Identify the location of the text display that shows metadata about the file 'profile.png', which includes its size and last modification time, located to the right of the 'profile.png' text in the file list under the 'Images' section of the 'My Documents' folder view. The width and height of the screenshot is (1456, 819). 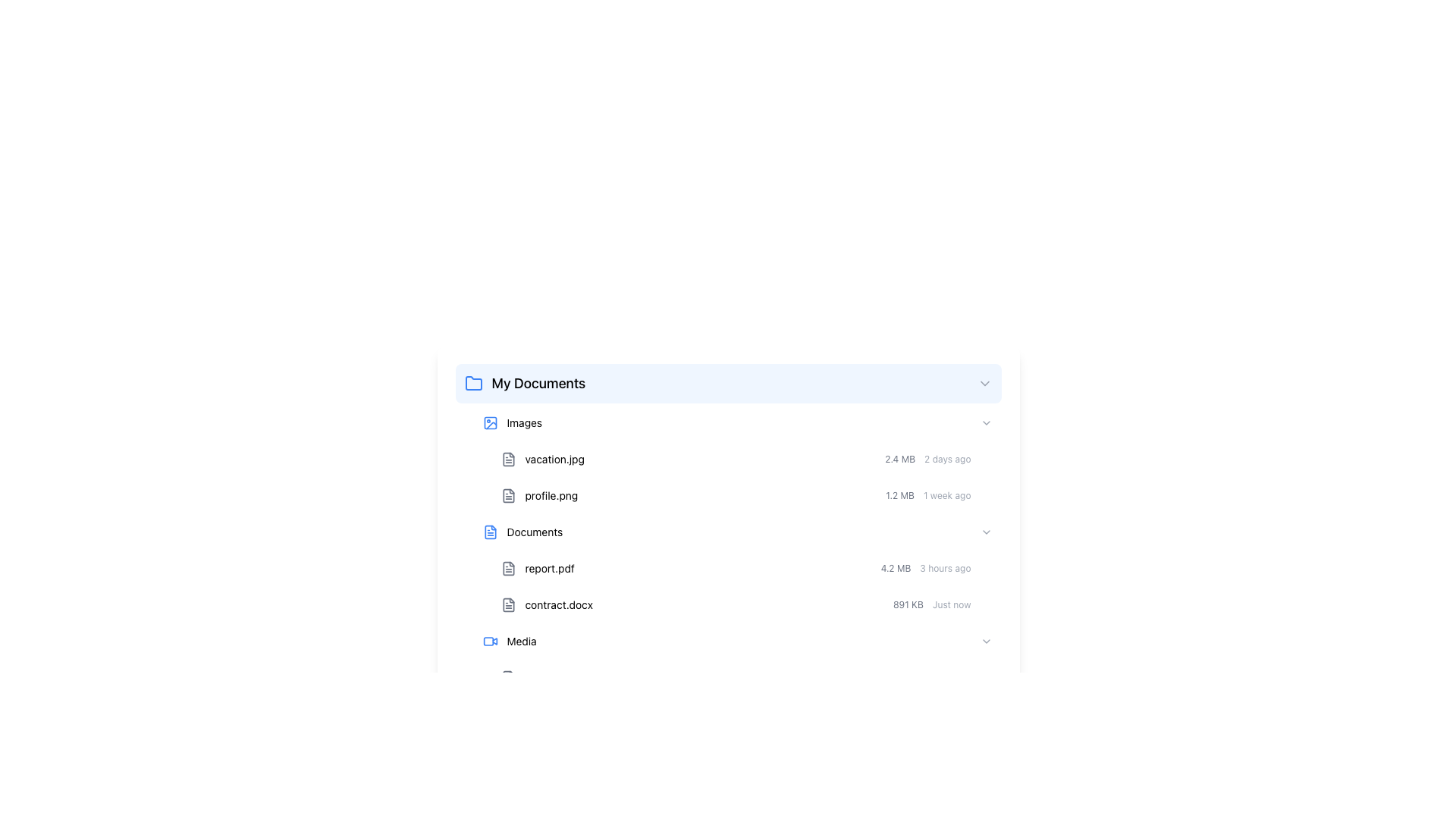
(938, 496).